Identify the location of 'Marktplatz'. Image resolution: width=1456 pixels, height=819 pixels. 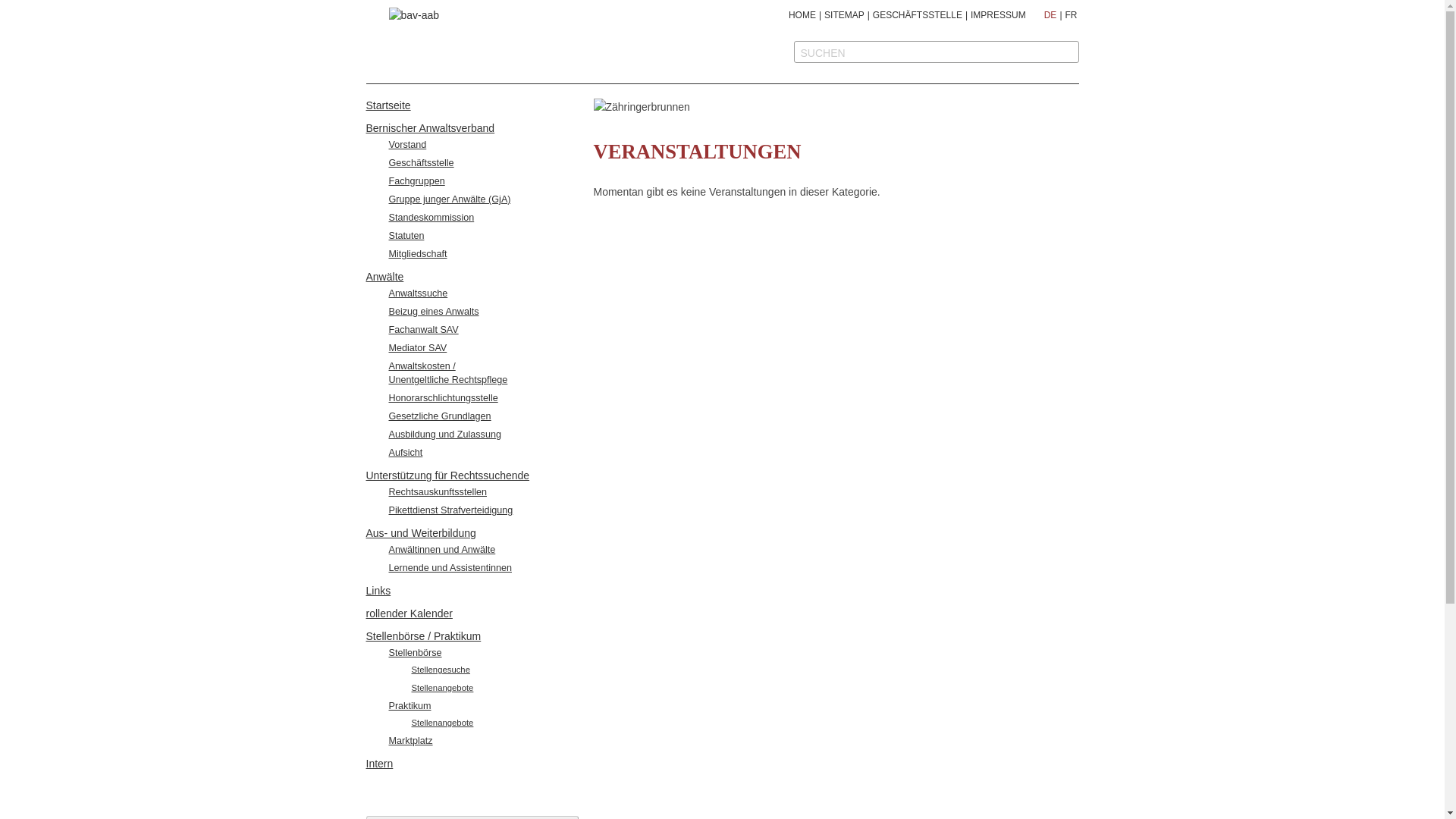
(388, 739).